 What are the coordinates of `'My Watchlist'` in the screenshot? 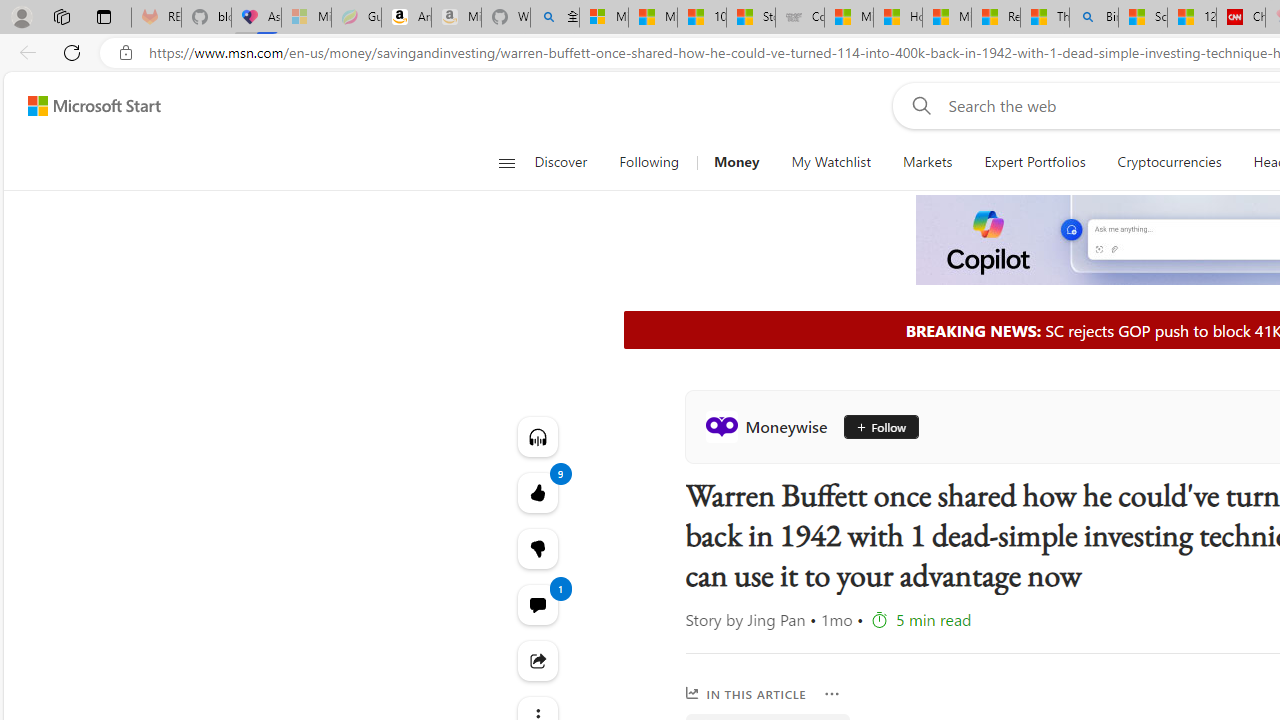 It's located at (830, 162).